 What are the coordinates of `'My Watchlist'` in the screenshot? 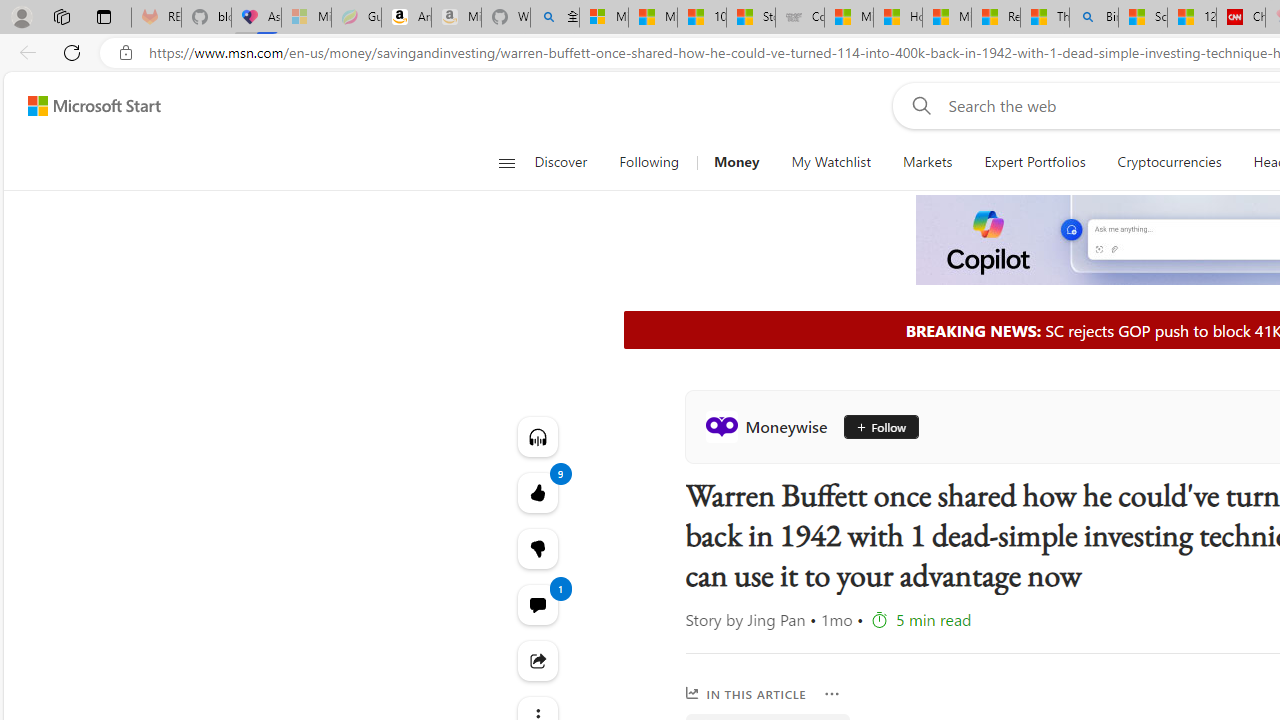 It's located at (830, 162).